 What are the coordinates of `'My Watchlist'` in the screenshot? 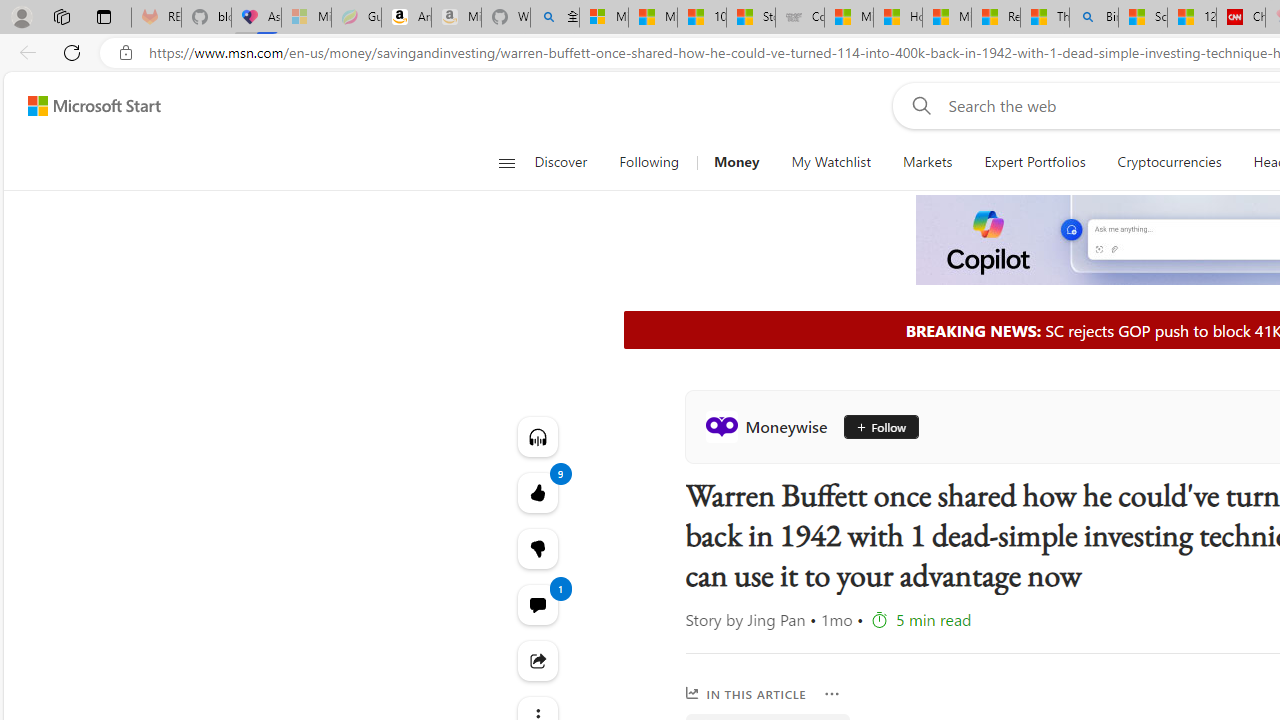 It's located at (830, 162).